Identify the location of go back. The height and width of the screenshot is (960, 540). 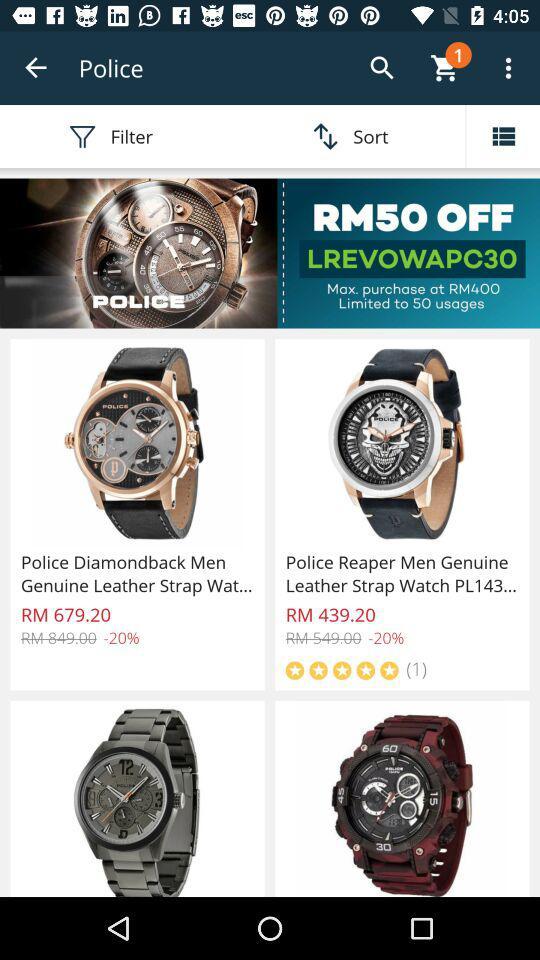
(36, 68).